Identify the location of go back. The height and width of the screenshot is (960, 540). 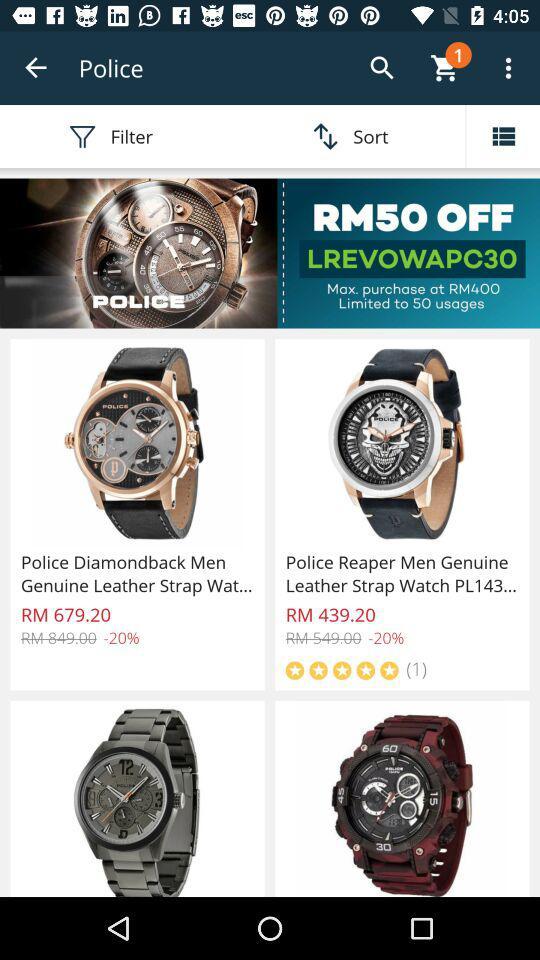
(36, 68).